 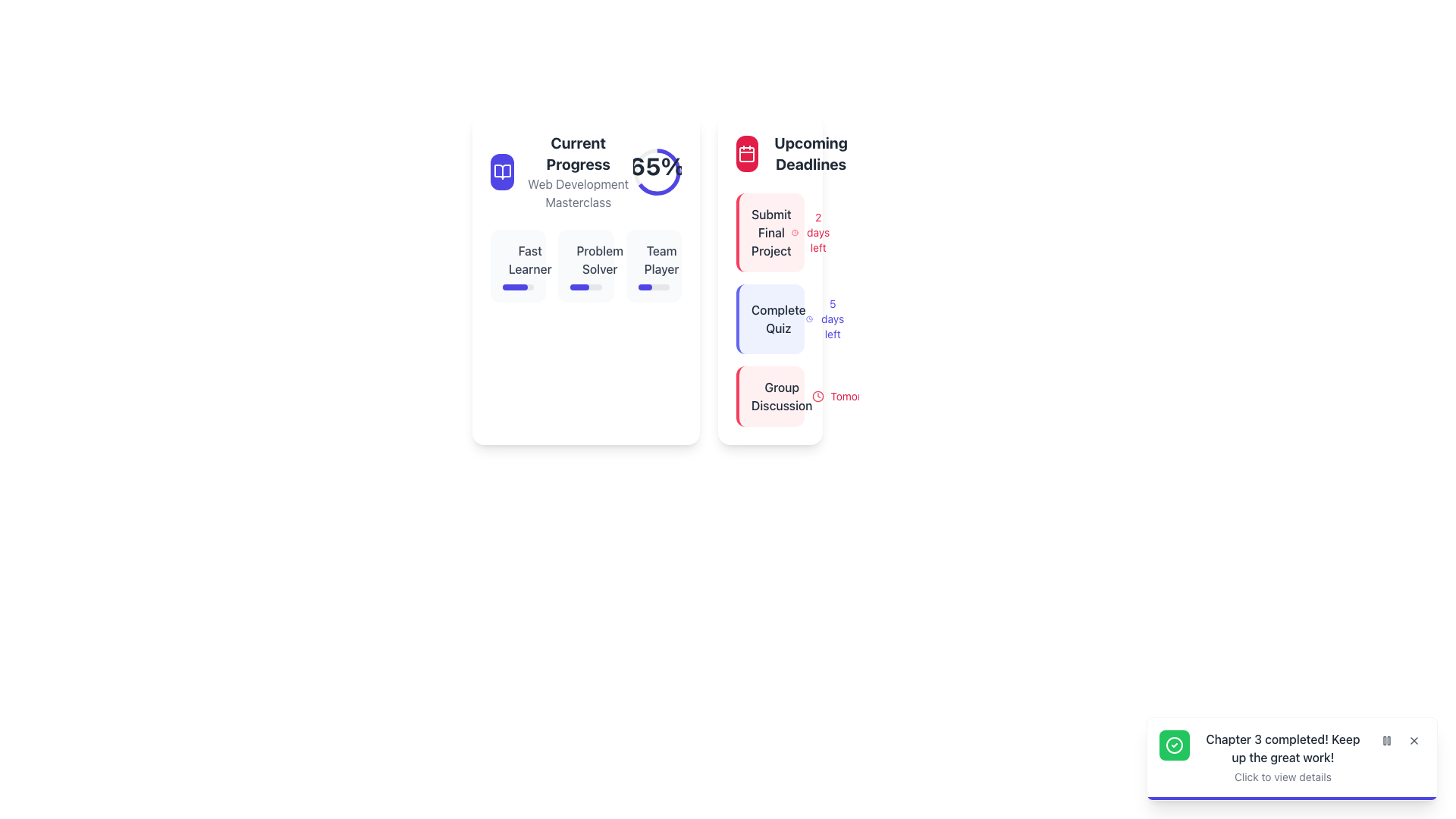 I want to click on the icon representing the 'Upcoming Deadlines' section located at the top of the second card, so click(x=747, y=154).